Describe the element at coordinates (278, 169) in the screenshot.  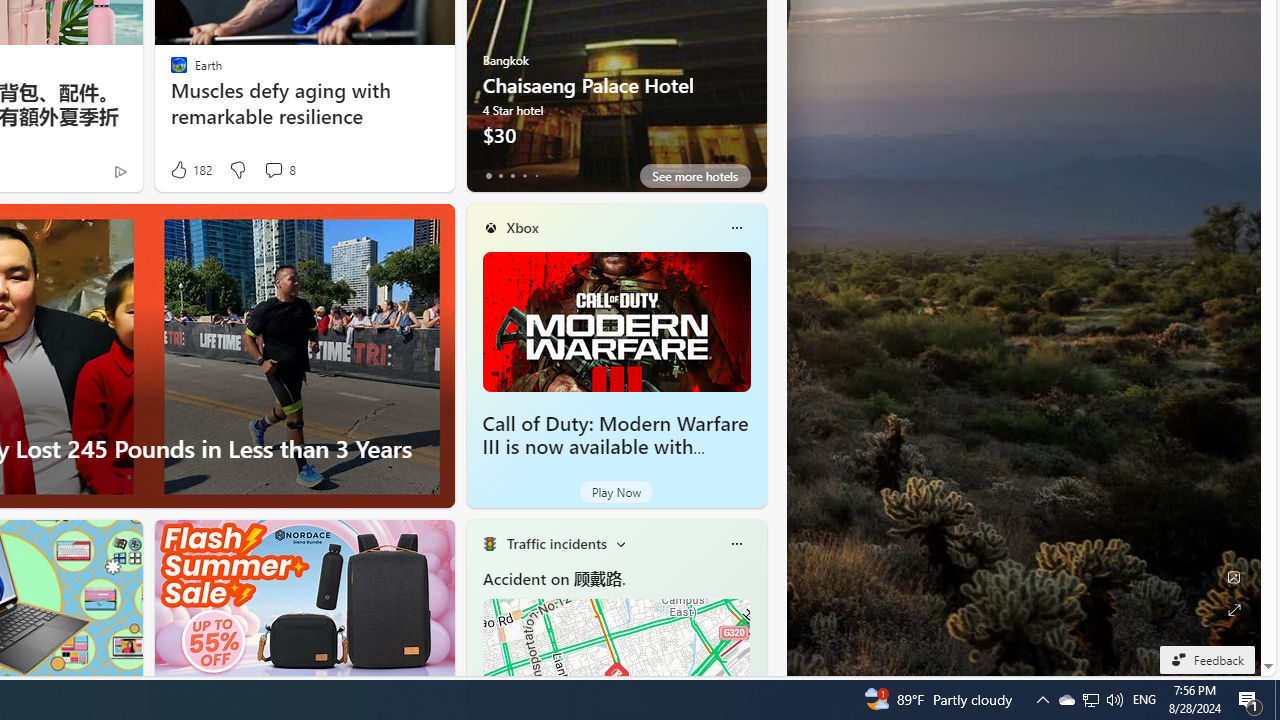
I see `'View comments 8 Comment'` at that location.